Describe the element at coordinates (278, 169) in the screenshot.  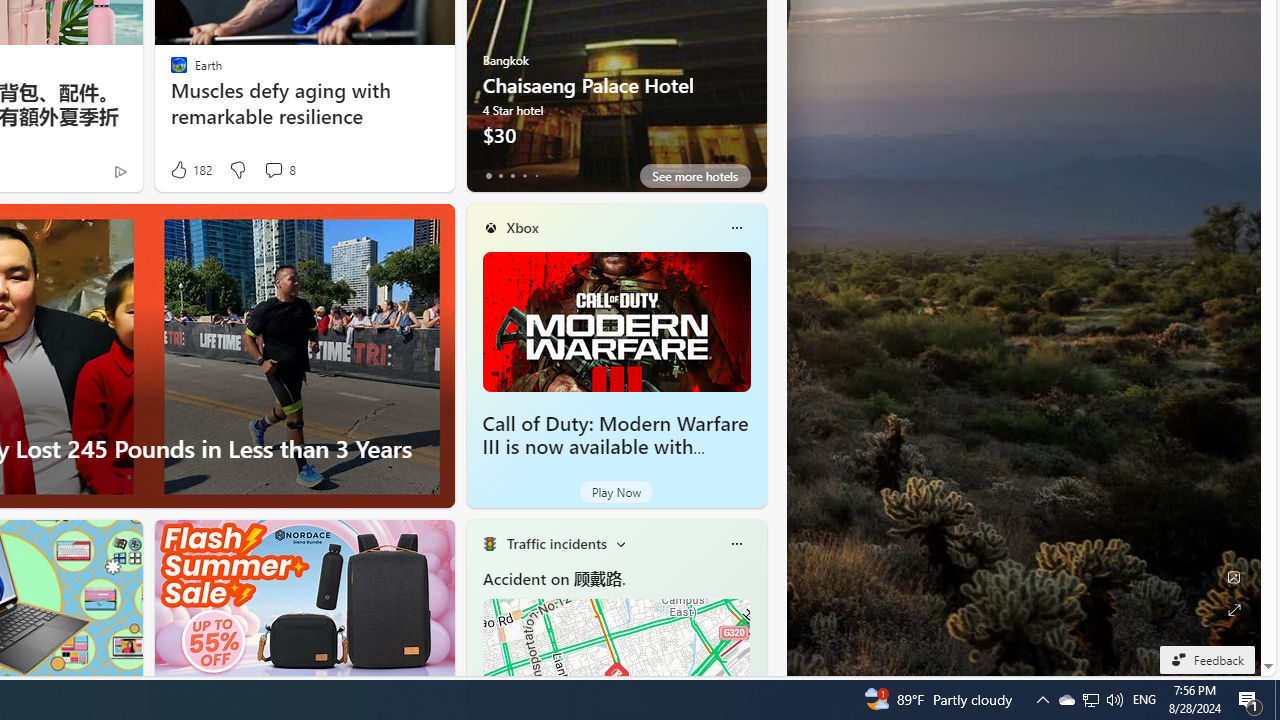
I see `'View comments 8 Comment'` at that location.